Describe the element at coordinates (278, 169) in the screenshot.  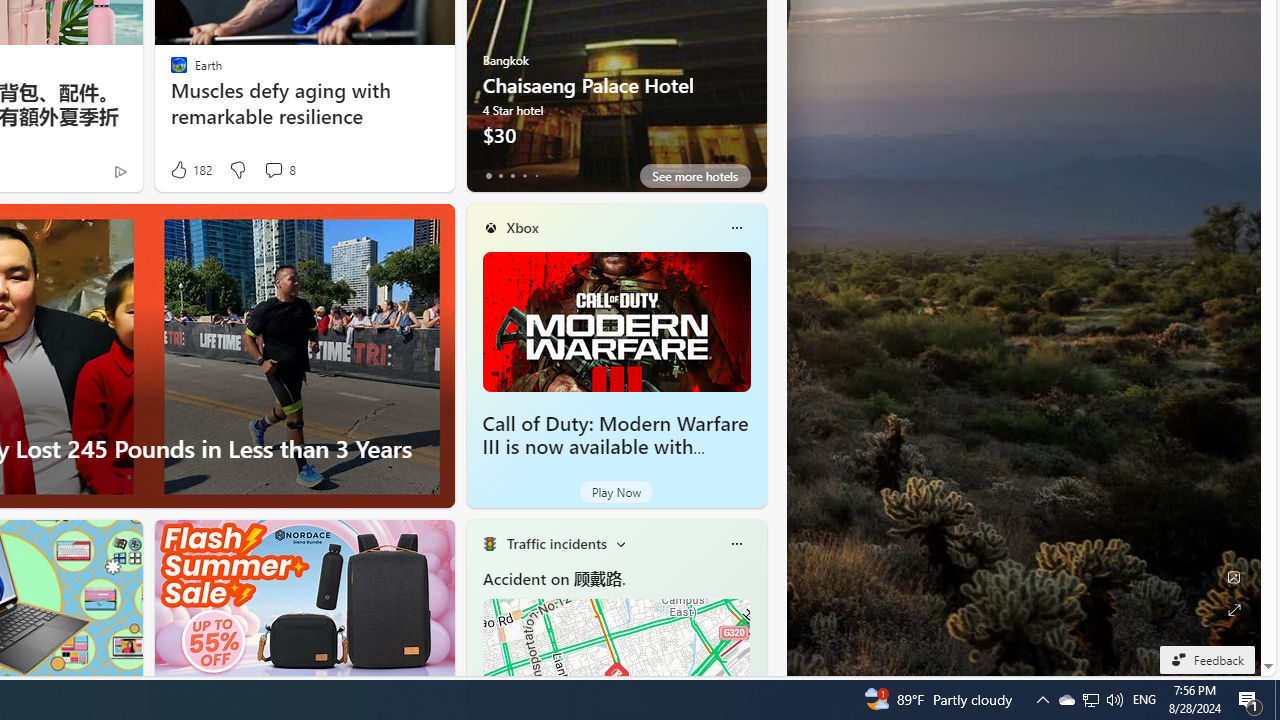
I see `'View comments 8 Comment'` at that location.